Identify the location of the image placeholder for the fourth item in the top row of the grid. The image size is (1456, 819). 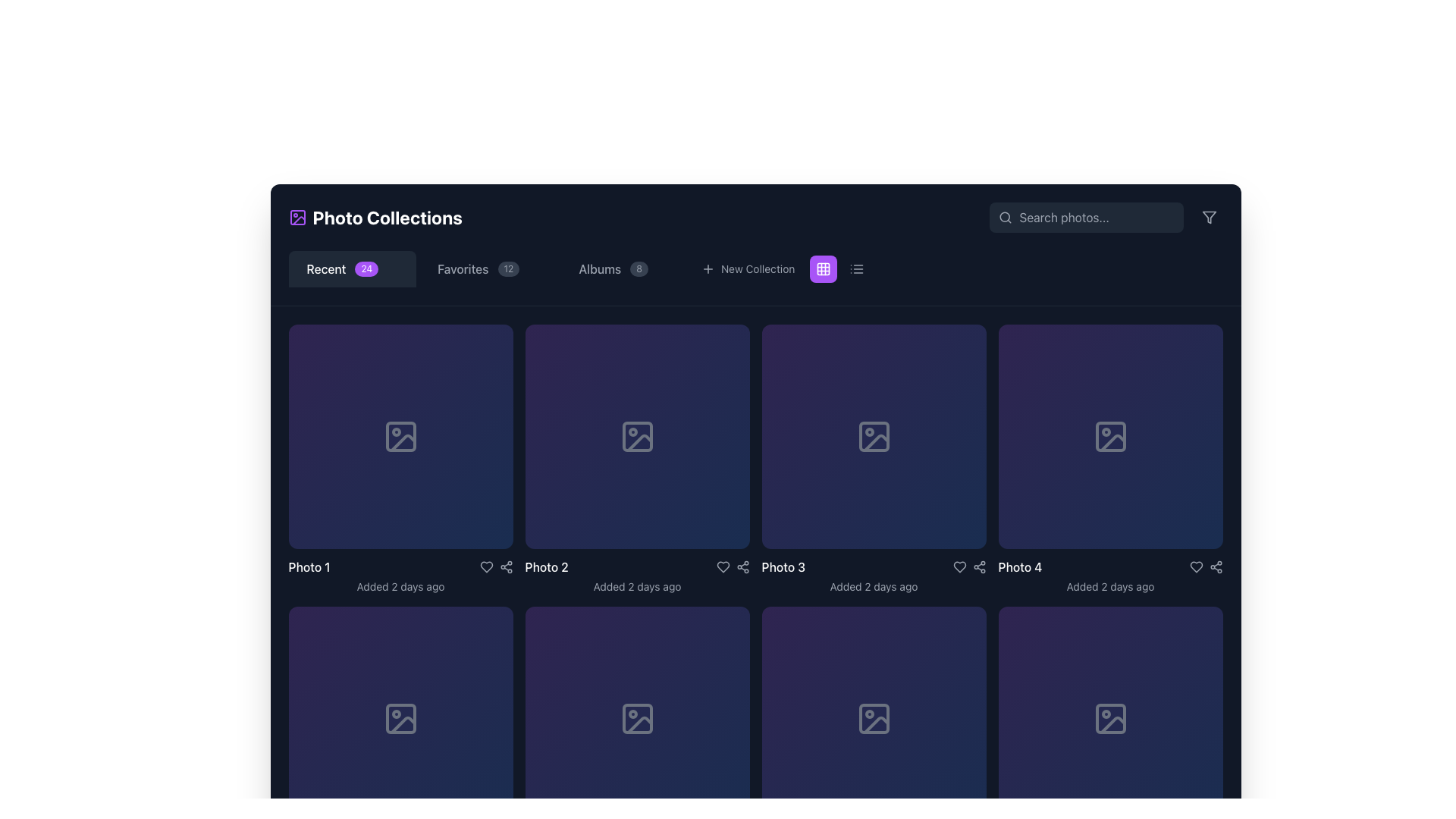
(1110, 436).